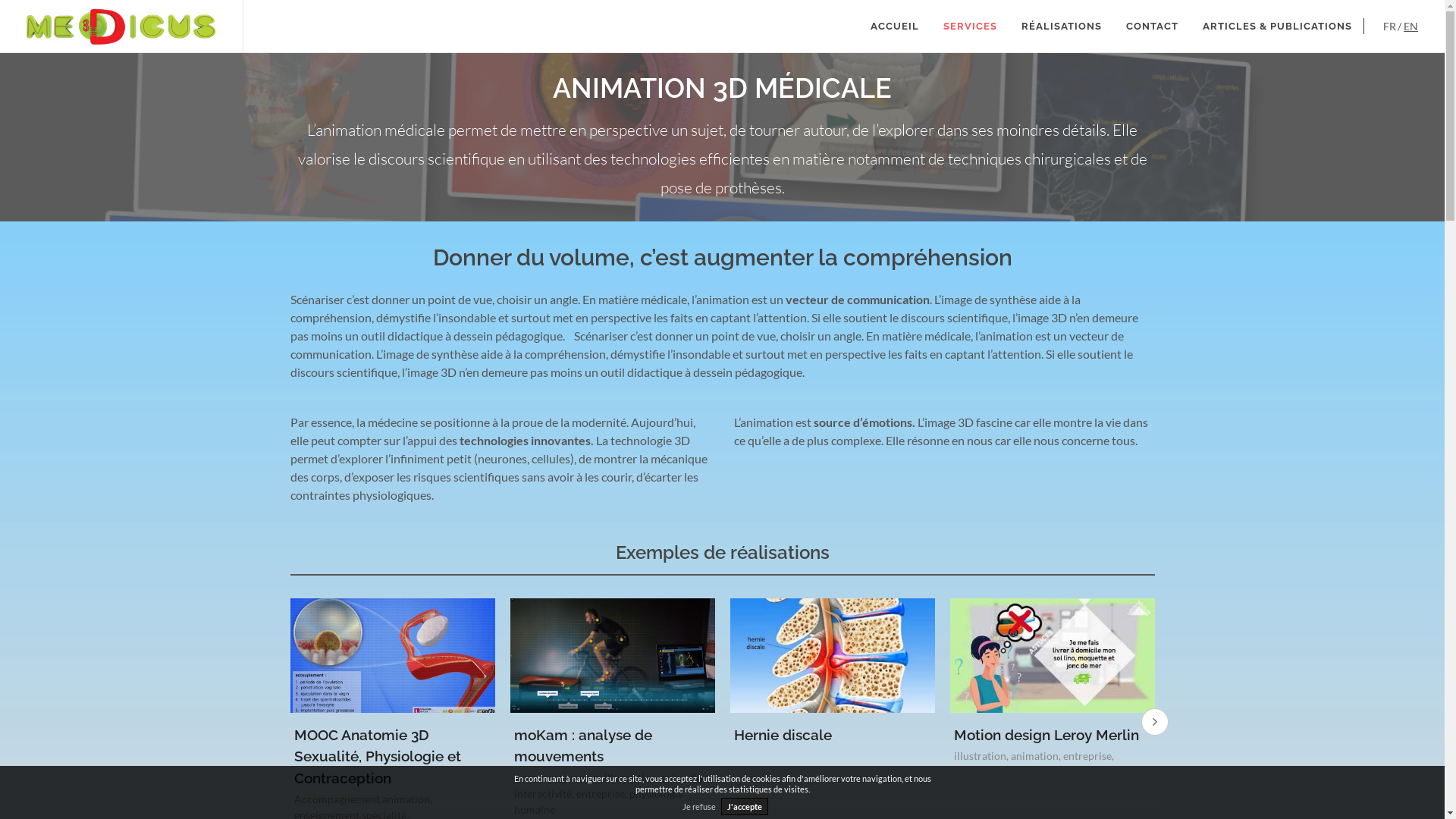  Describe the element at coordinates (600, 792) in the screenshot. I see `'entreprise'` at that location.